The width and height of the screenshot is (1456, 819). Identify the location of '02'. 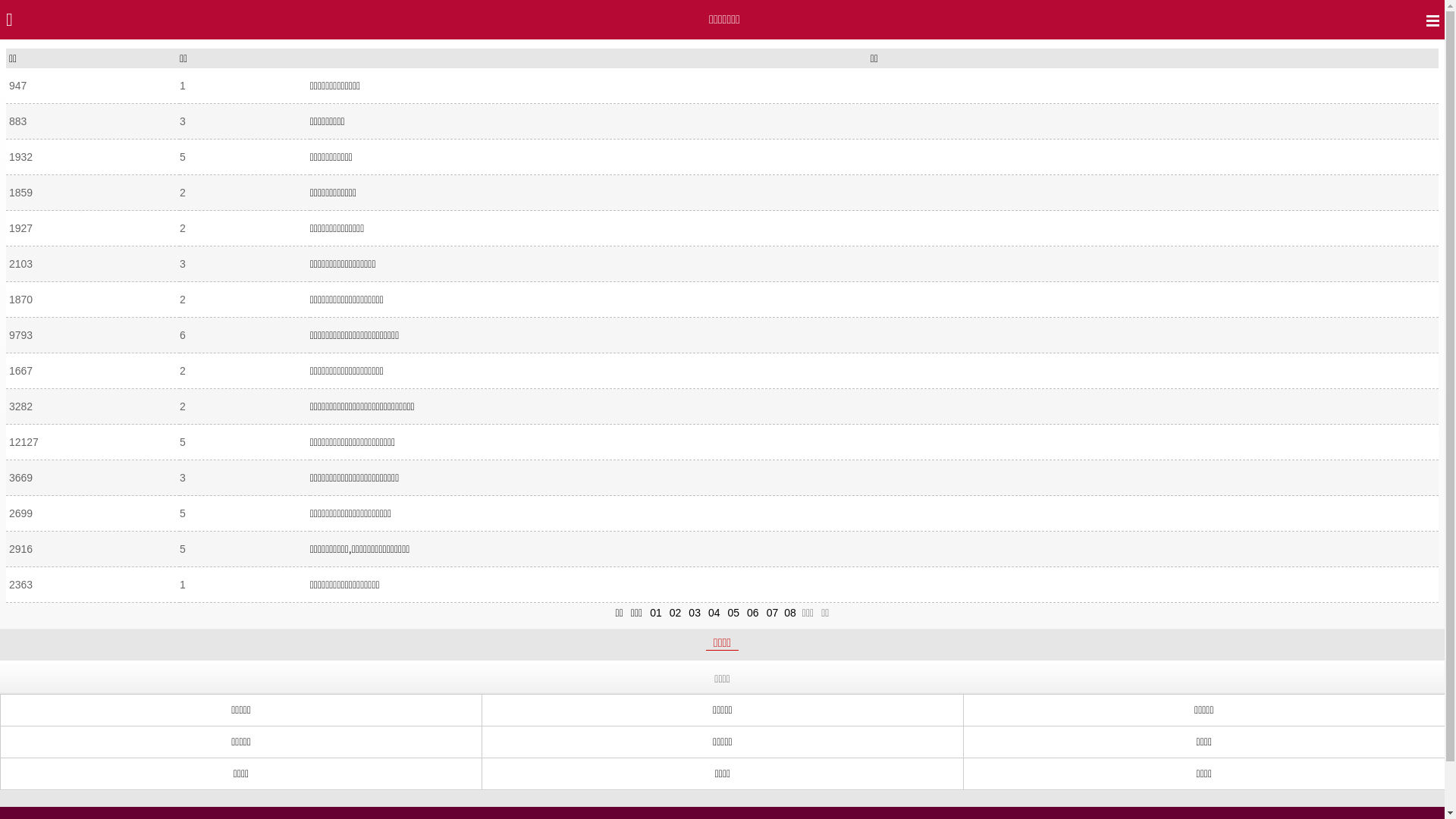
(675, 611).